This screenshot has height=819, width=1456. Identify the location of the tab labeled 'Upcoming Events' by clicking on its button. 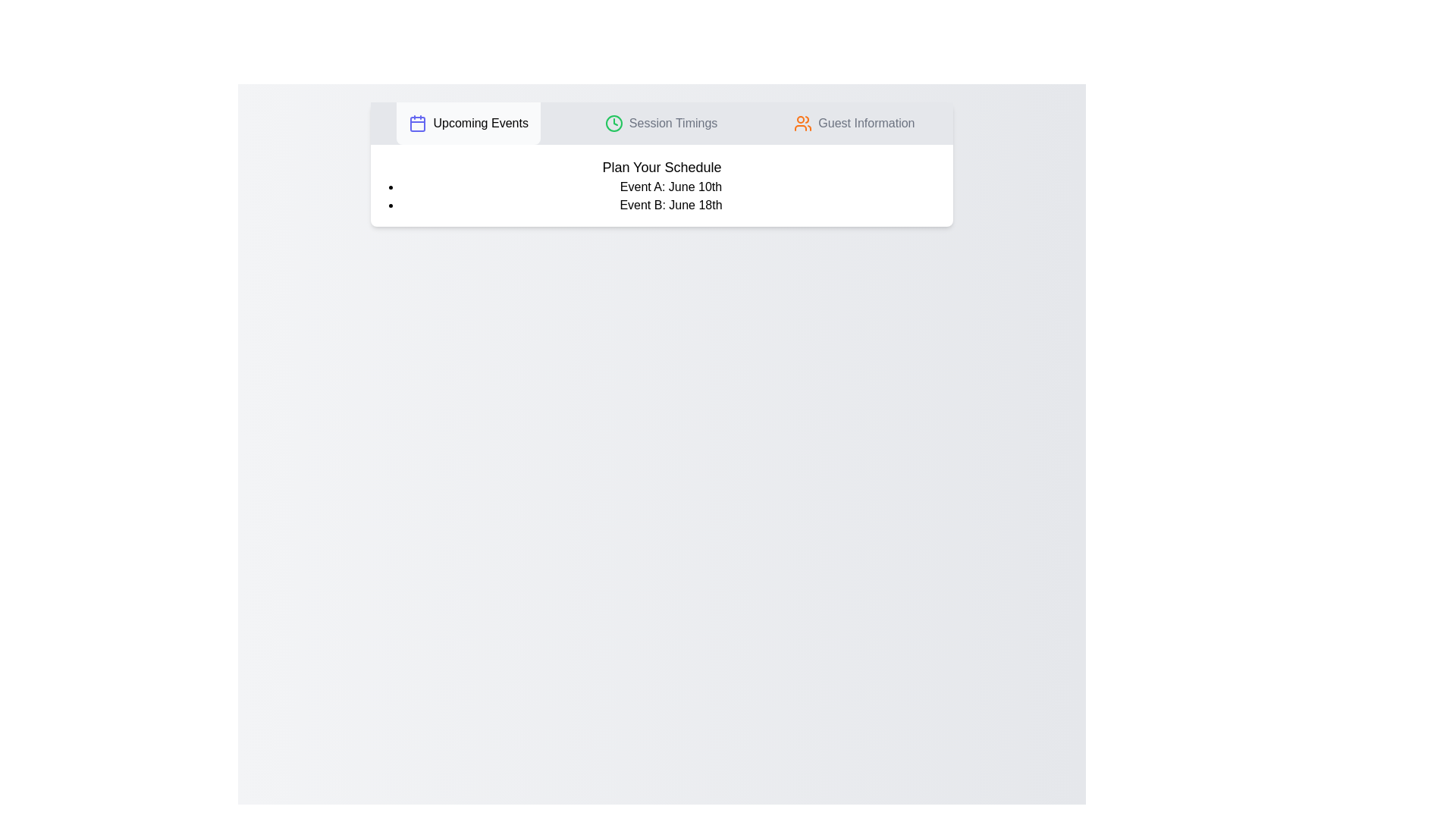
(468, 122).